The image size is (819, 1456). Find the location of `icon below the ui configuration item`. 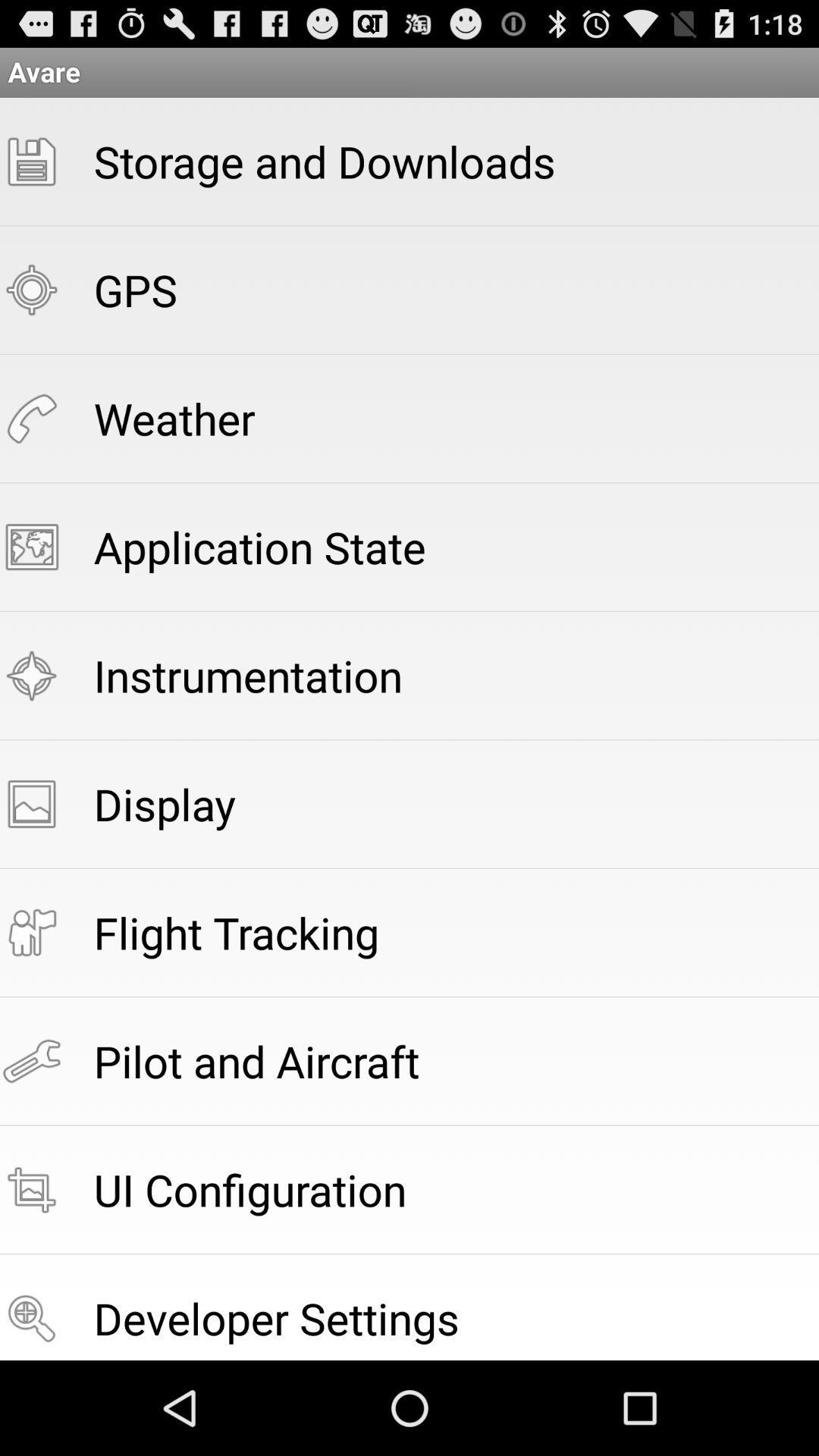

icon below the ui configuration item is located at coordinates (276, 1317).